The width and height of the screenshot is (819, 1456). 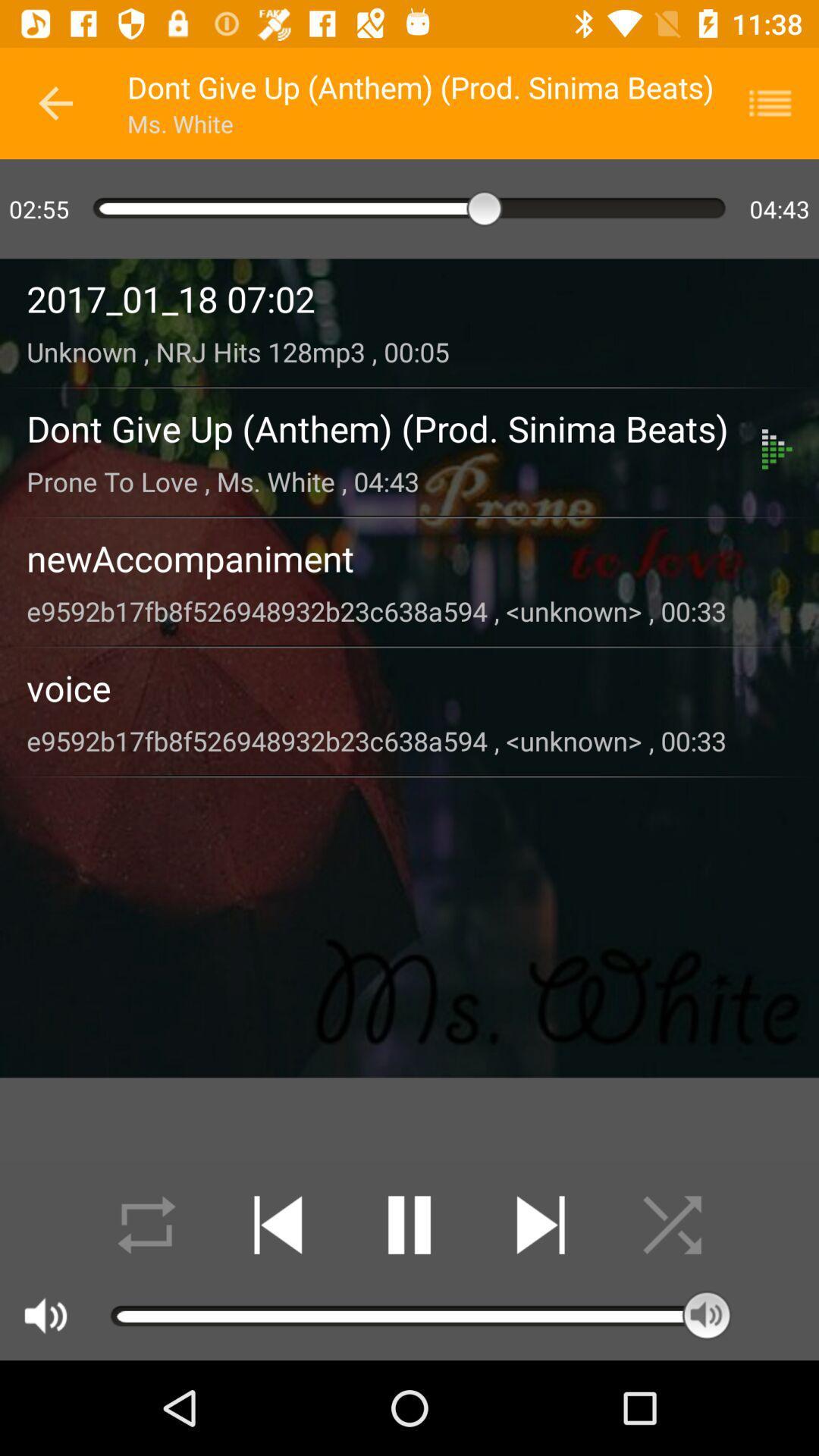 I want to click on the voice icon, so click(x=409, y=687).